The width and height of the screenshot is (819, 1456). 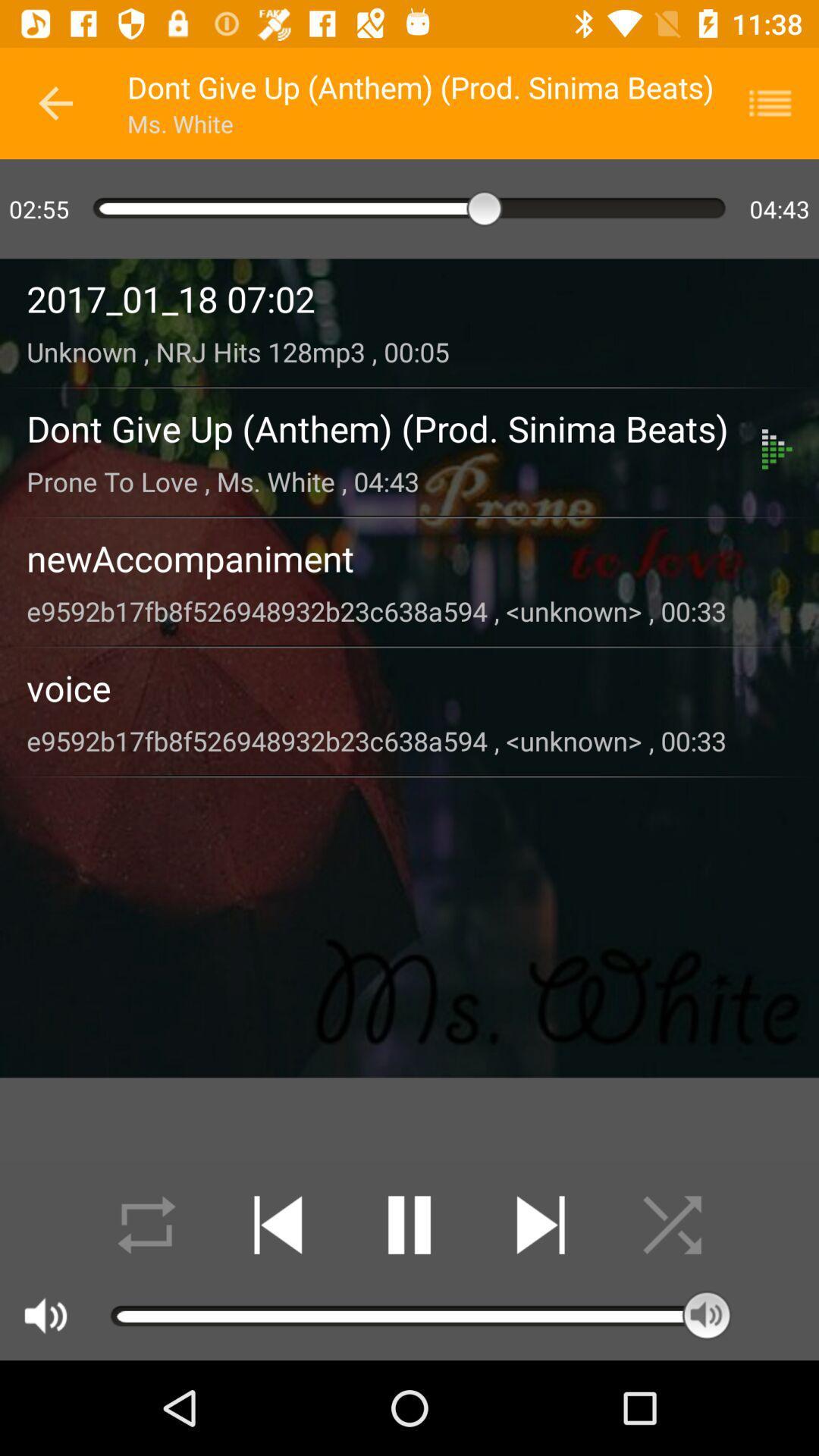 I want to click on the voice icon, so click(x=409, y=687).